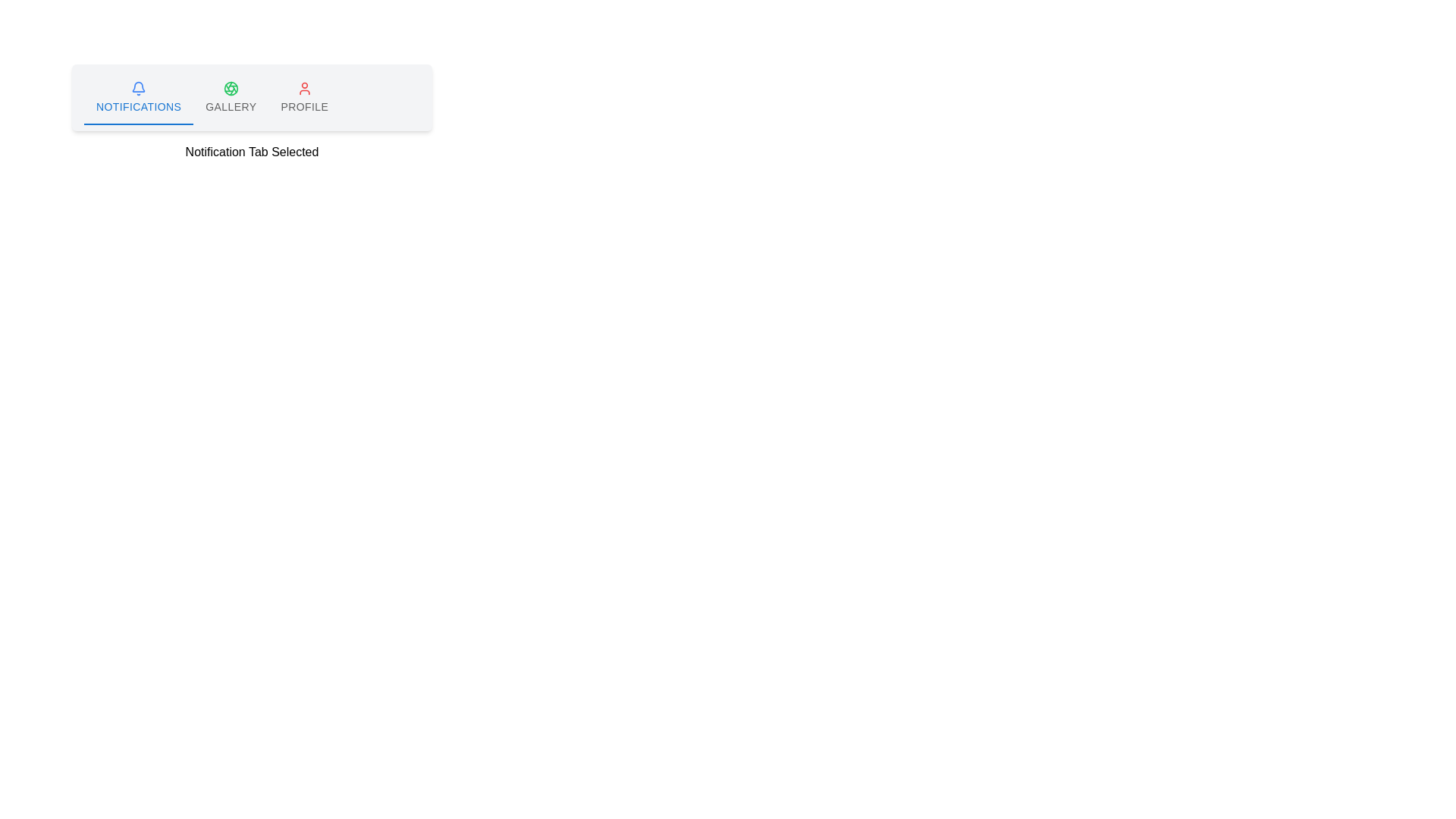 The image size is (1456, 819). Describe the element at coordinates (139, 97) in the screenshot. I see `the 'Notifications' tab, which is the first tab in the list with a blue label and bell icon` at that location.